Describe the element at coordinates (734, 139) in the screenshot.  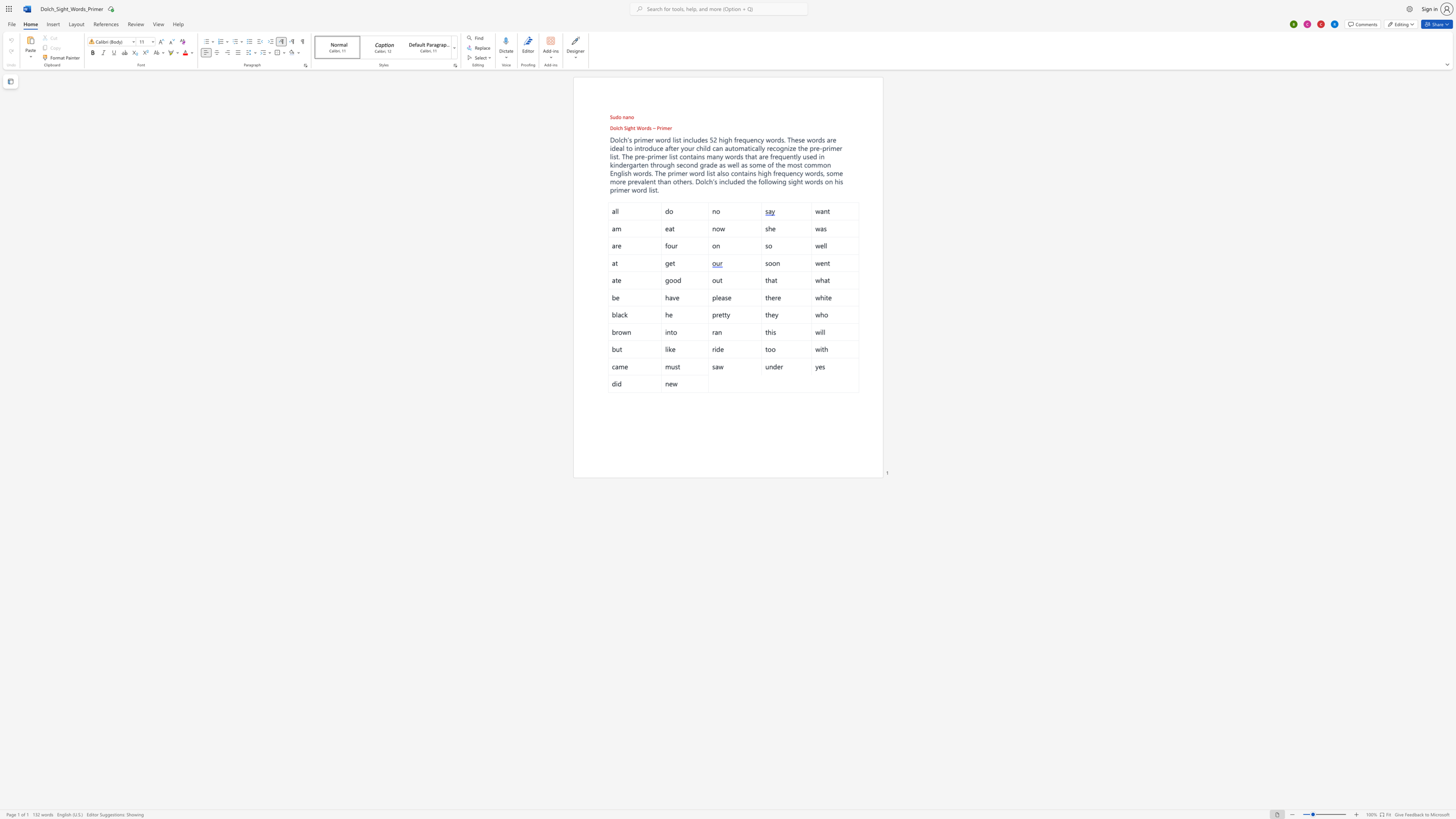
I see `the subset text "frequency words. These words are ideal to introduce after your child can automatically recogn" within the text "Dolch’s primer word list includes 52 high frequency words. These words are ideal to introduce after your child can automatically recognize the pre-primer list. The pre-primer list"` at that location.